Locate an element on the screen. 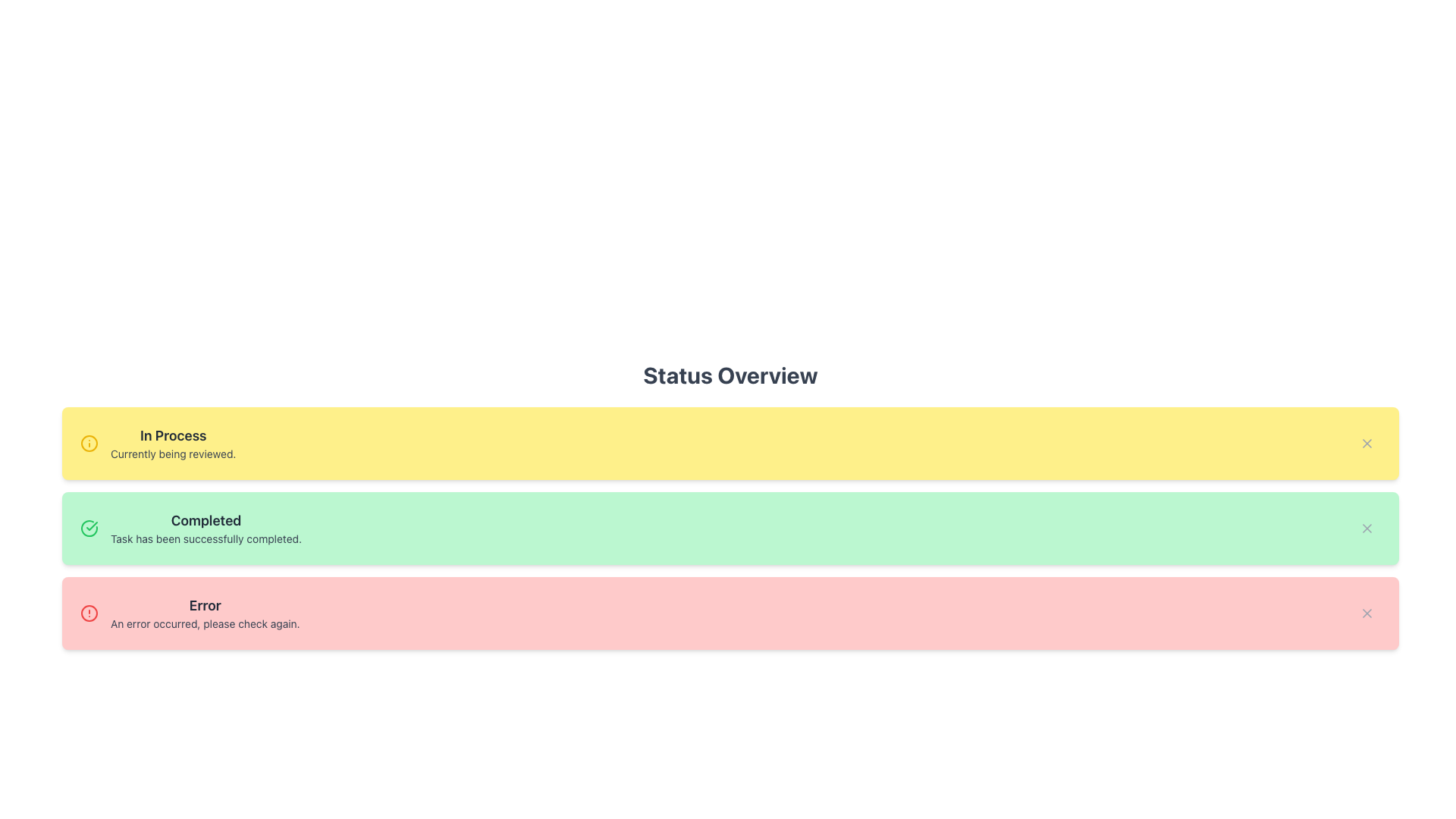 The height and width of the screenshot is (819, 1456). the text label displaying 'An error occurred, please check again.' located in the red section below the 'Error' title is located at coordinates (204, 623).